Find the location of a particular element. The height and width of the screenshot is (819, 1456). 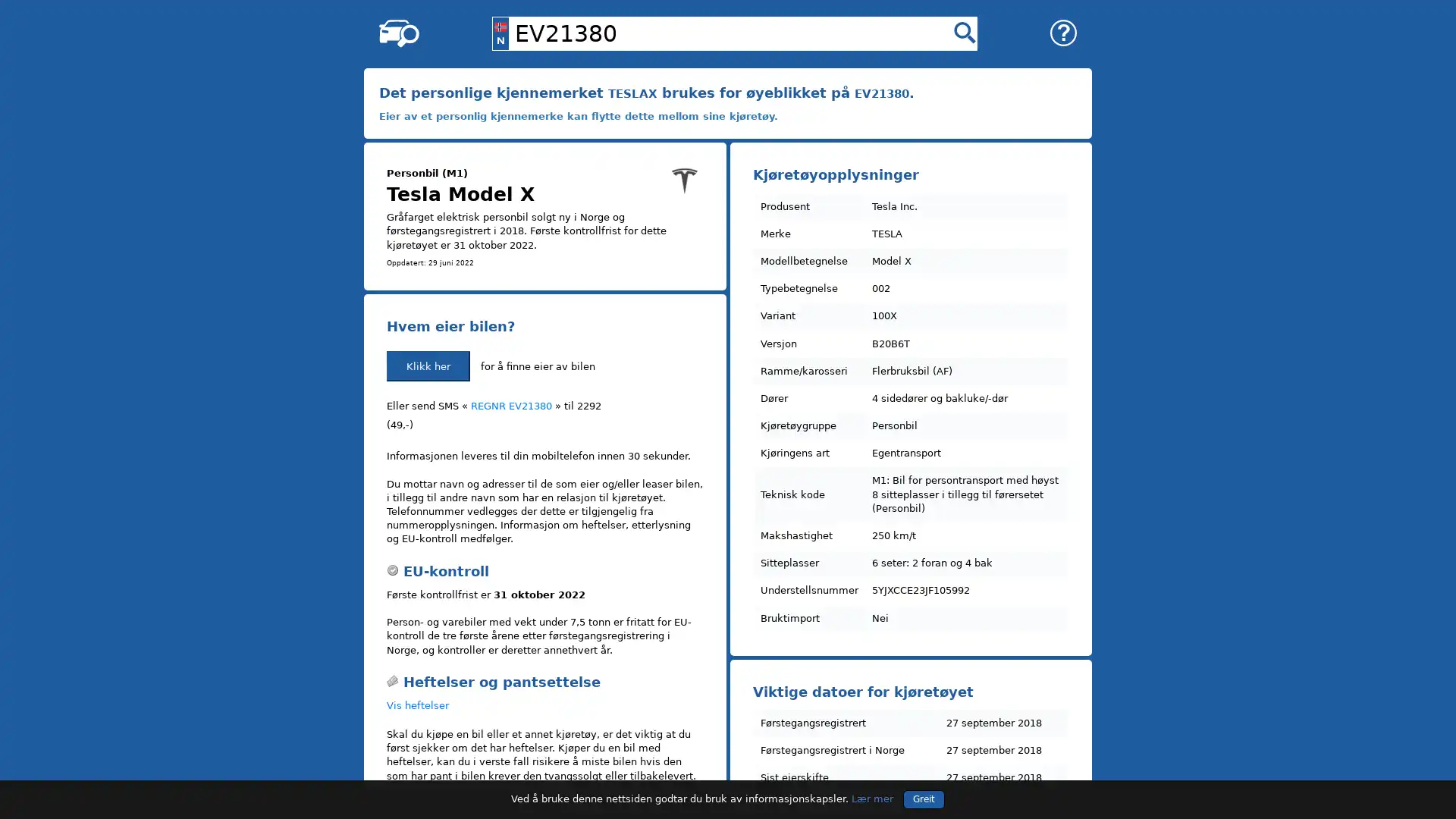

Klikk her is located at coordinates (428, 366).